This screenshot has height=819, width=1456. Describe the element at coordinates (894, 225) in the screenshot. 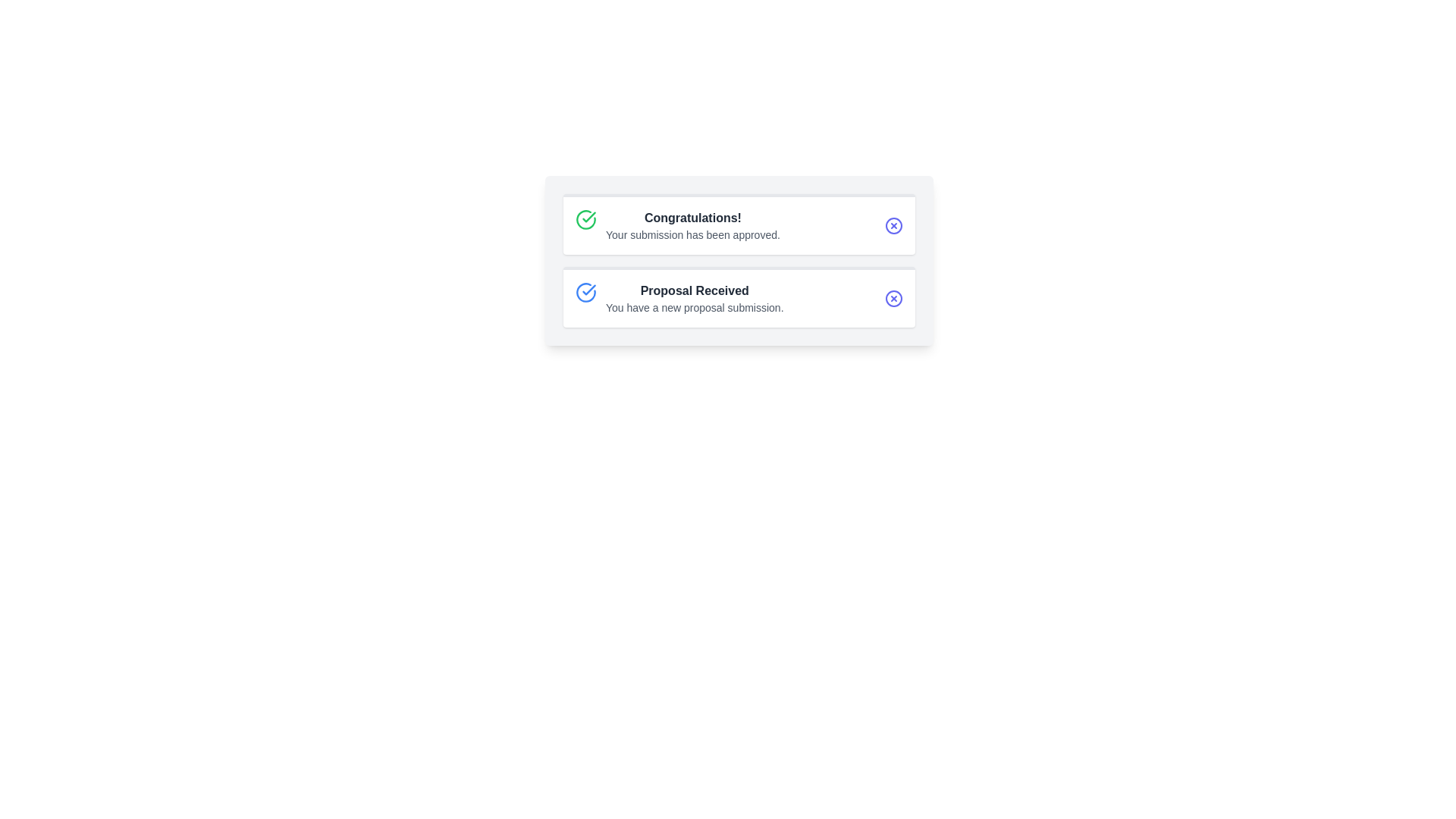

I see `the close button located at the top right corner of the card, adjacent to the text 'Congratulations!'` at that location.